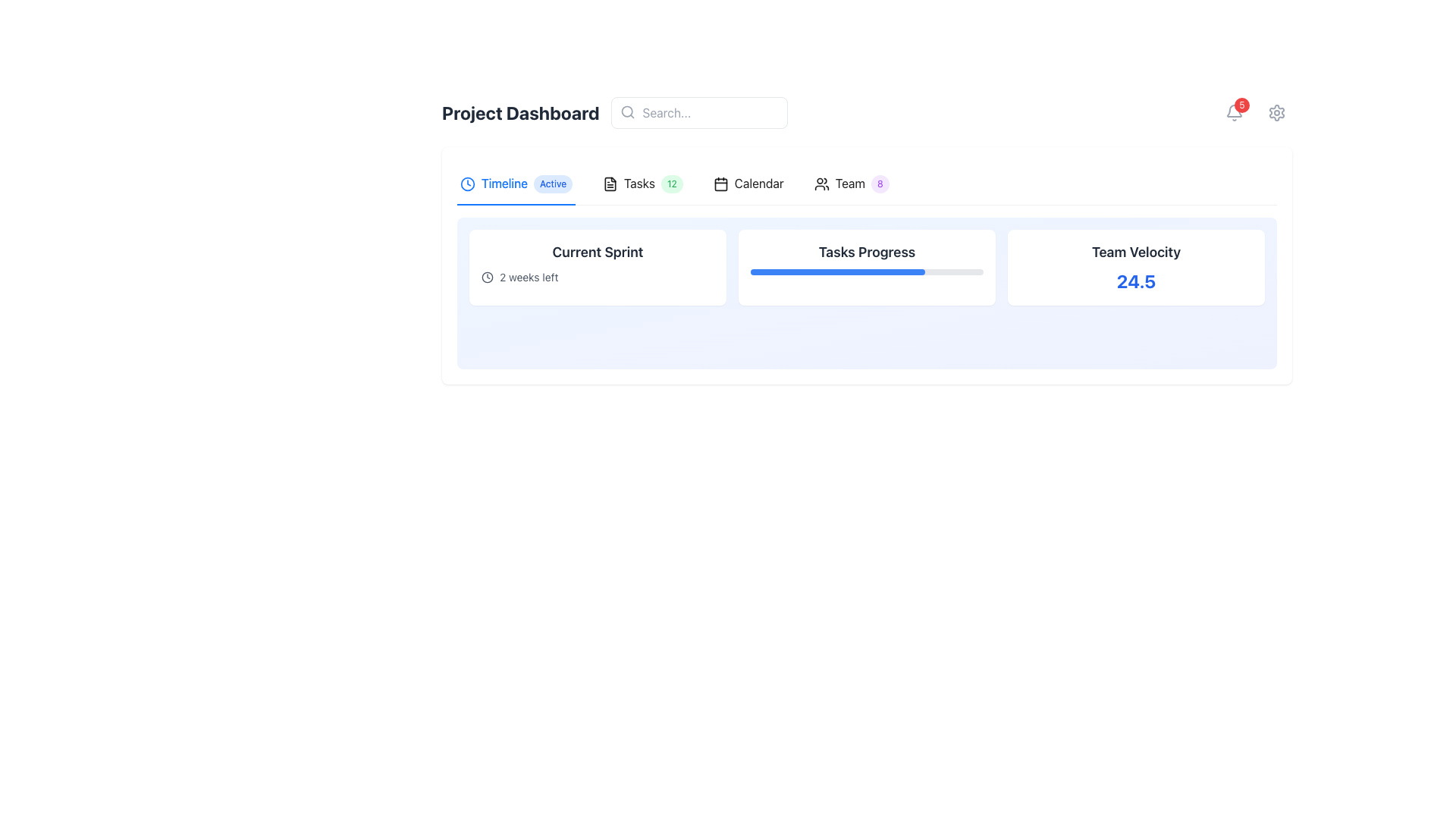  What do you see at coordinates (504, 183) in the screenshot?
I see `the 'Timeline' text label, which is styled with a blue font color and located in the navigation bar at the top of the content, positioned between a clock icon and an 'Active' badge` at bounding box center [504, 183].